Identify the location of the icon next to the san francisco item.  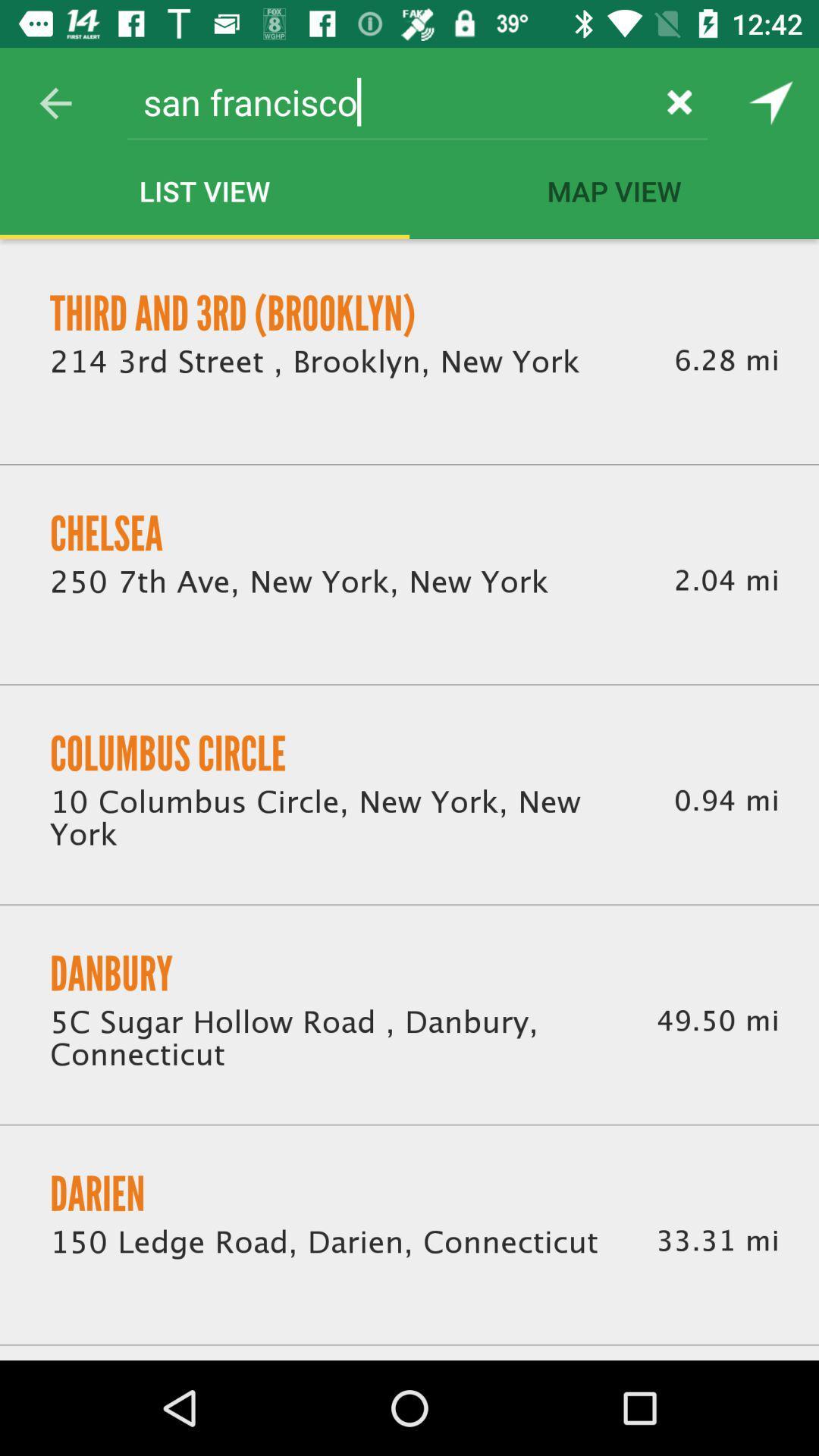
(55, 102).